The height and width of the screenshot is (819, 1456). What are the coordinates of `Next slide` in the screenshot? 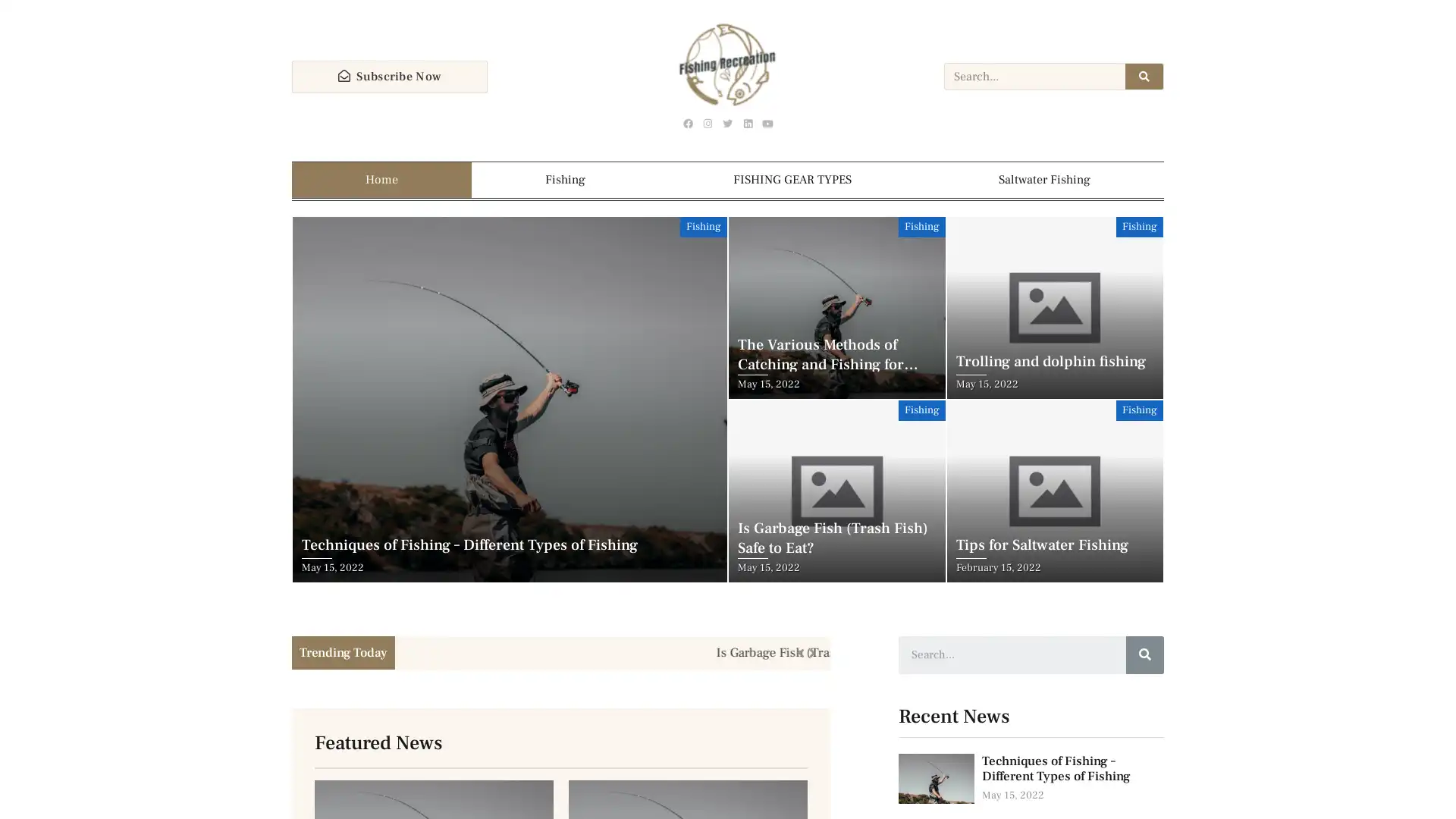 It's located at (811, 651).